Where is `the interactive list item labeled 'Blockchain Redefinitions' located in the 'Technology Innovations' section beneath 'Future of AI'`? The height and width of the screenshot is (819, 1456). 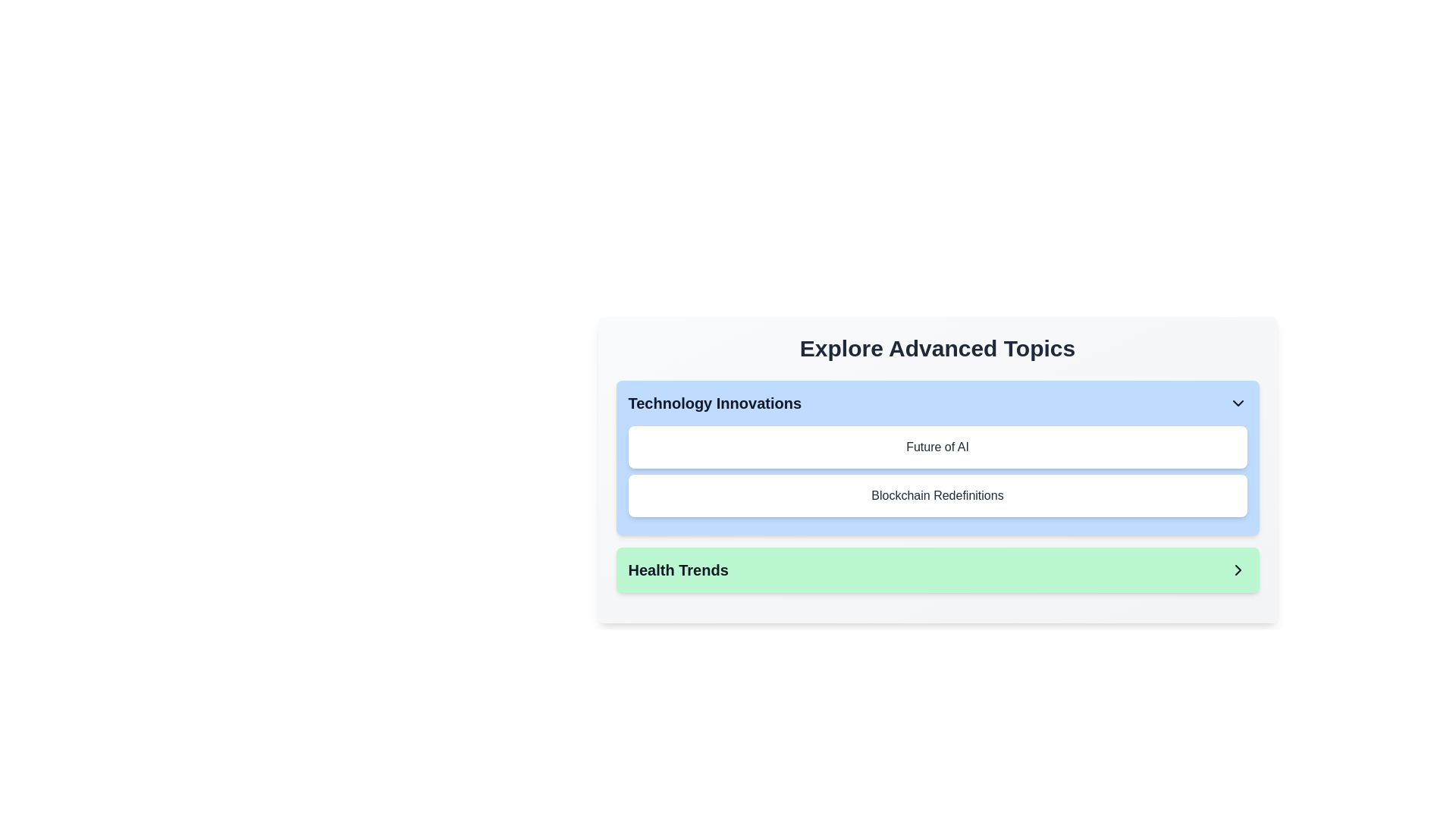
the interactive list item labeled 'Blockchain Redefinitions' located in the 'Technology Innovations' section beneath 'Future of AI' is located at coordinates (937, 496).